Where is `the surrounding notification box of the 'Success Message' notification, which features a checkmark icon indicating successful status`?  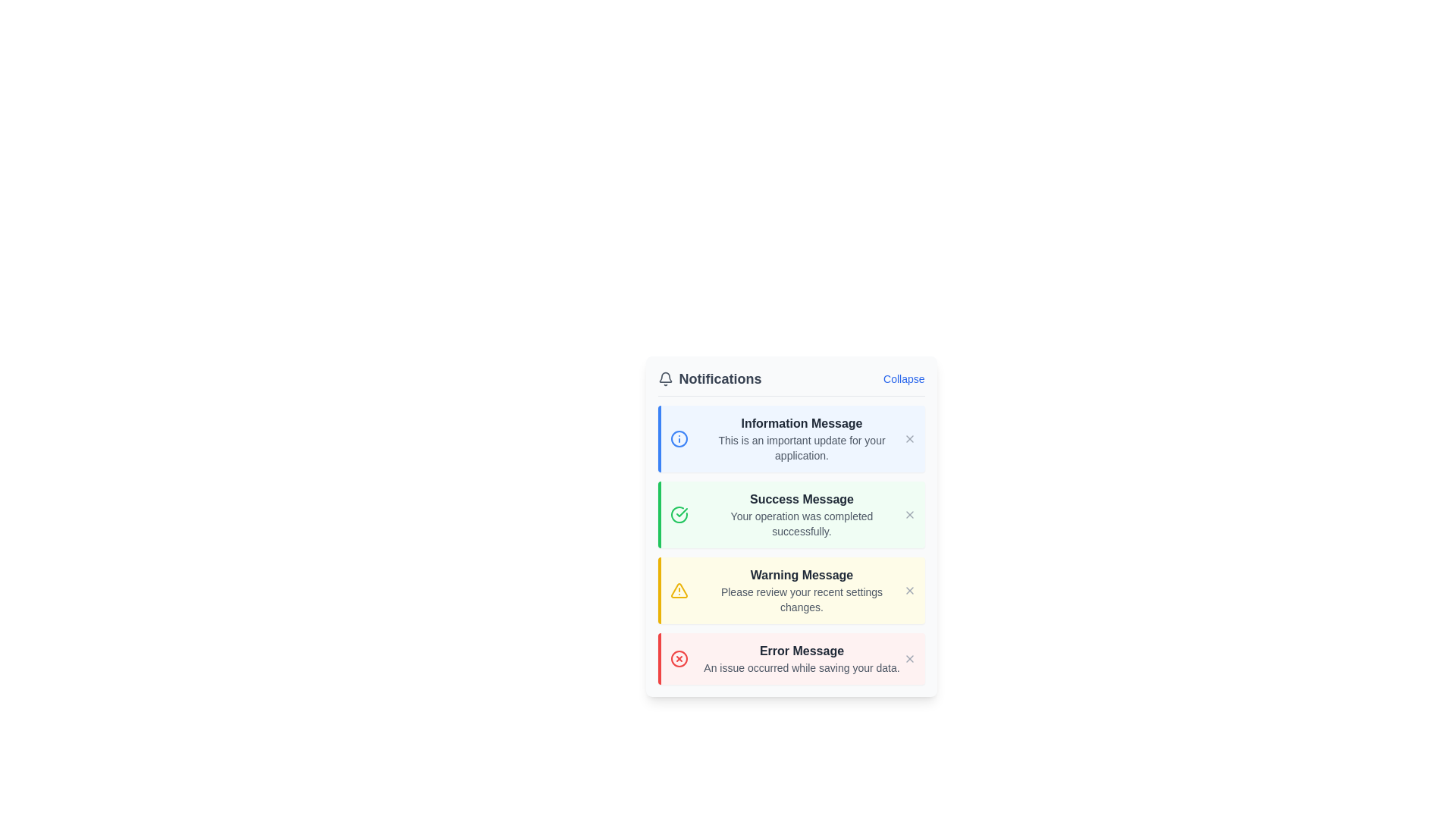 the surrounding notification box of the 'Success Message' notification, which features a checkmark icon indicating successful status is located at coordinates (678, 513).